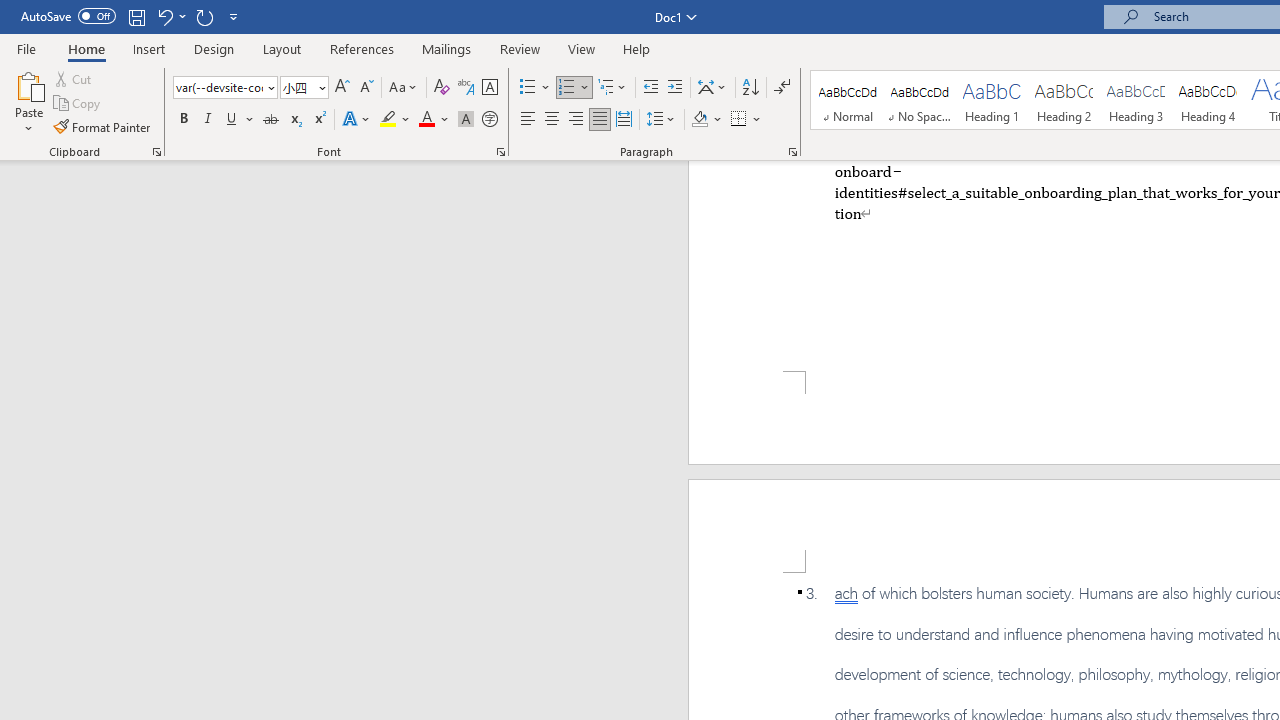  I want to click on 'Heading 4', so click(1207, 100).